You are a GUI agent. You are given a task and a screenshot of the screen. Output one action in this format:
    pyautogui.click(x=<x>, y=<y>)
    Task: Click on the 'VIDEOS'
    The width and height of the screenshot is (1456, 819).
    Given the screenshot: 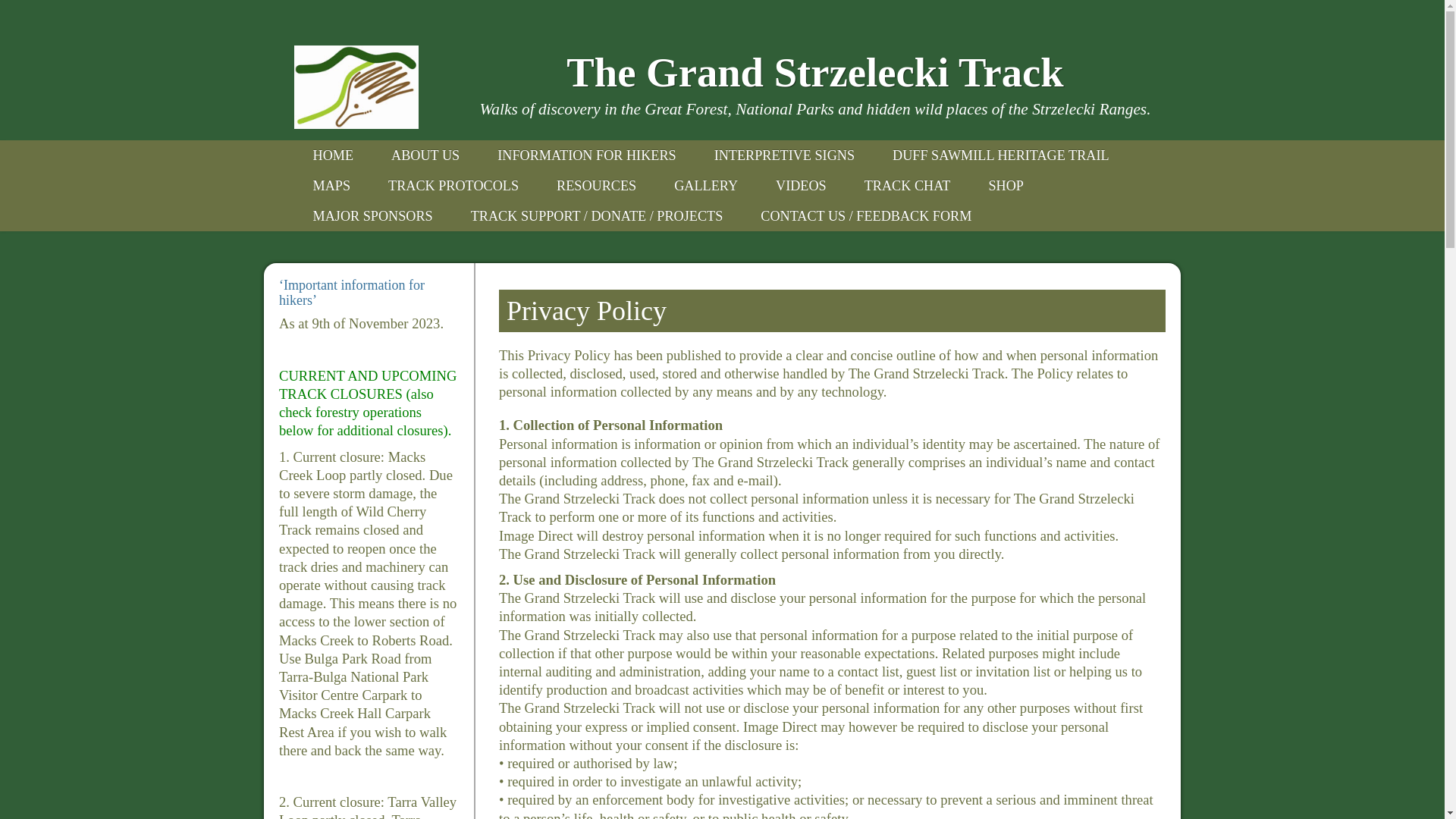 What is the action you would take?
    pyautogui.click(x=800, y=185)
    